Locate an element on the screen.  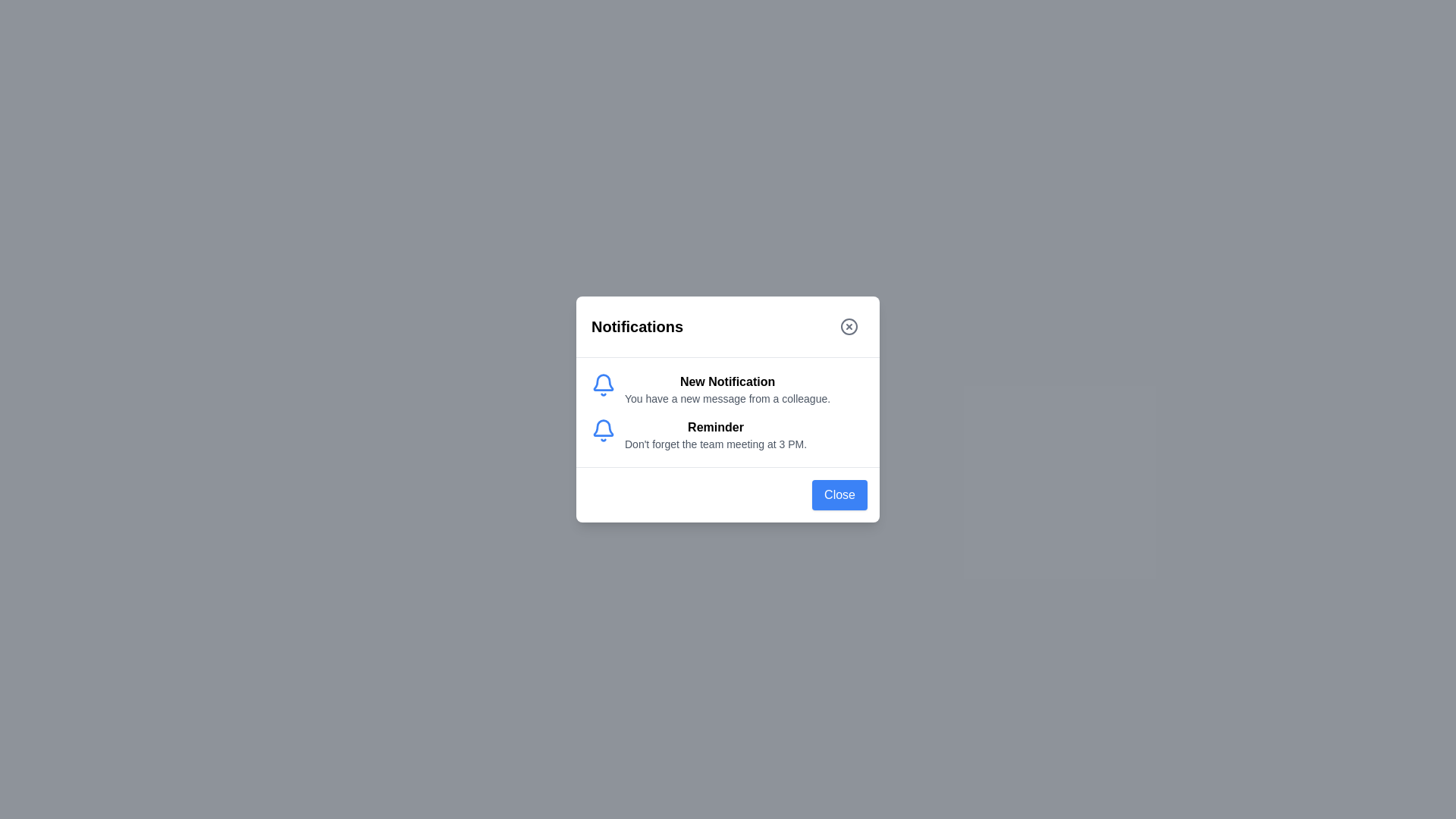
the interactive notification item featuring a blue bell icon and the title 'Reminder' located in the notification list is located at coordinates (728, 435).